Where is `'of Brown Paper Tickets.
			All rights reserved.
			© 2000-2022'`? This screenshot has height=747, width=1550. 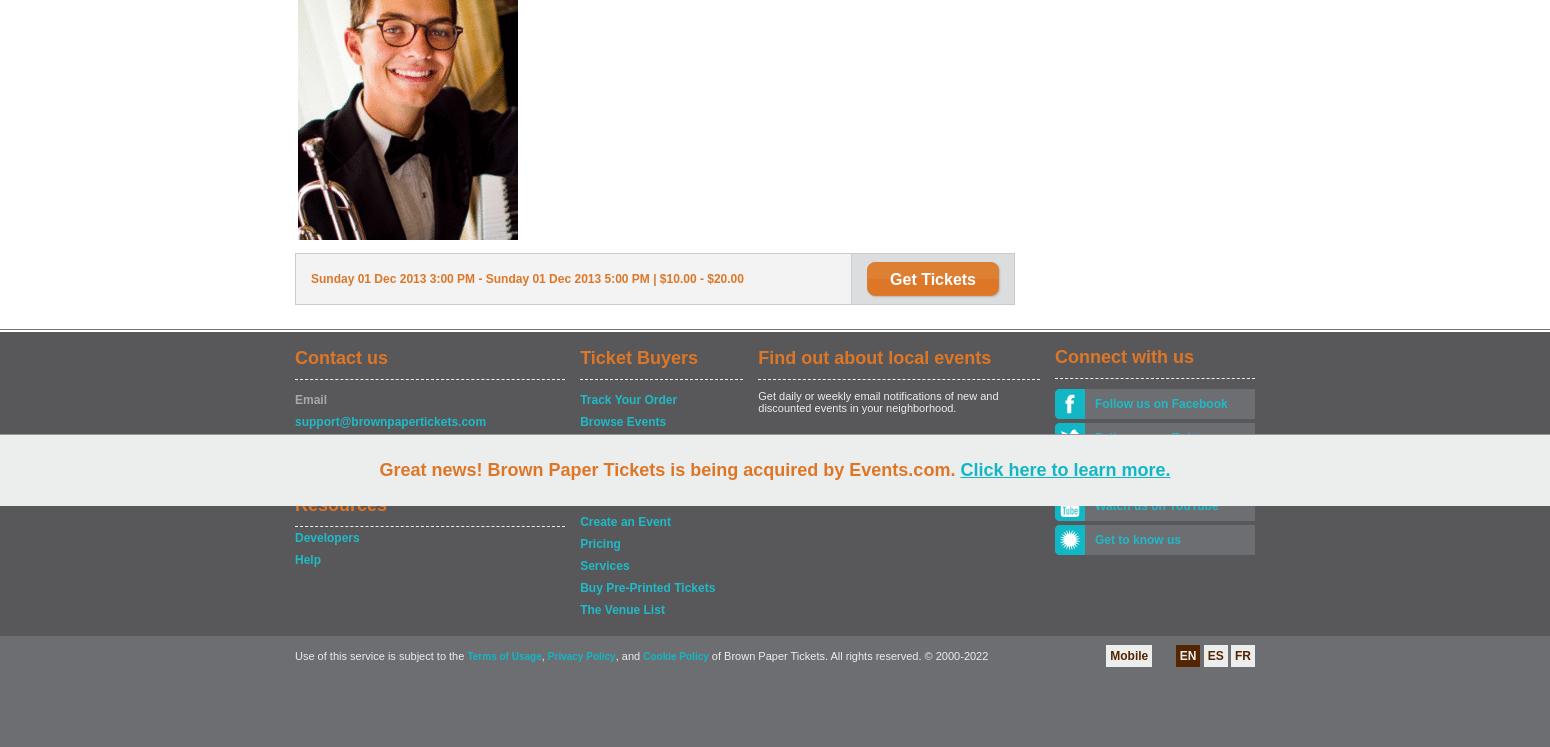 'of Brown Paper Tickets.
			All rights reserved.
			© 2000-2022' is located at coordinates (847, 655).